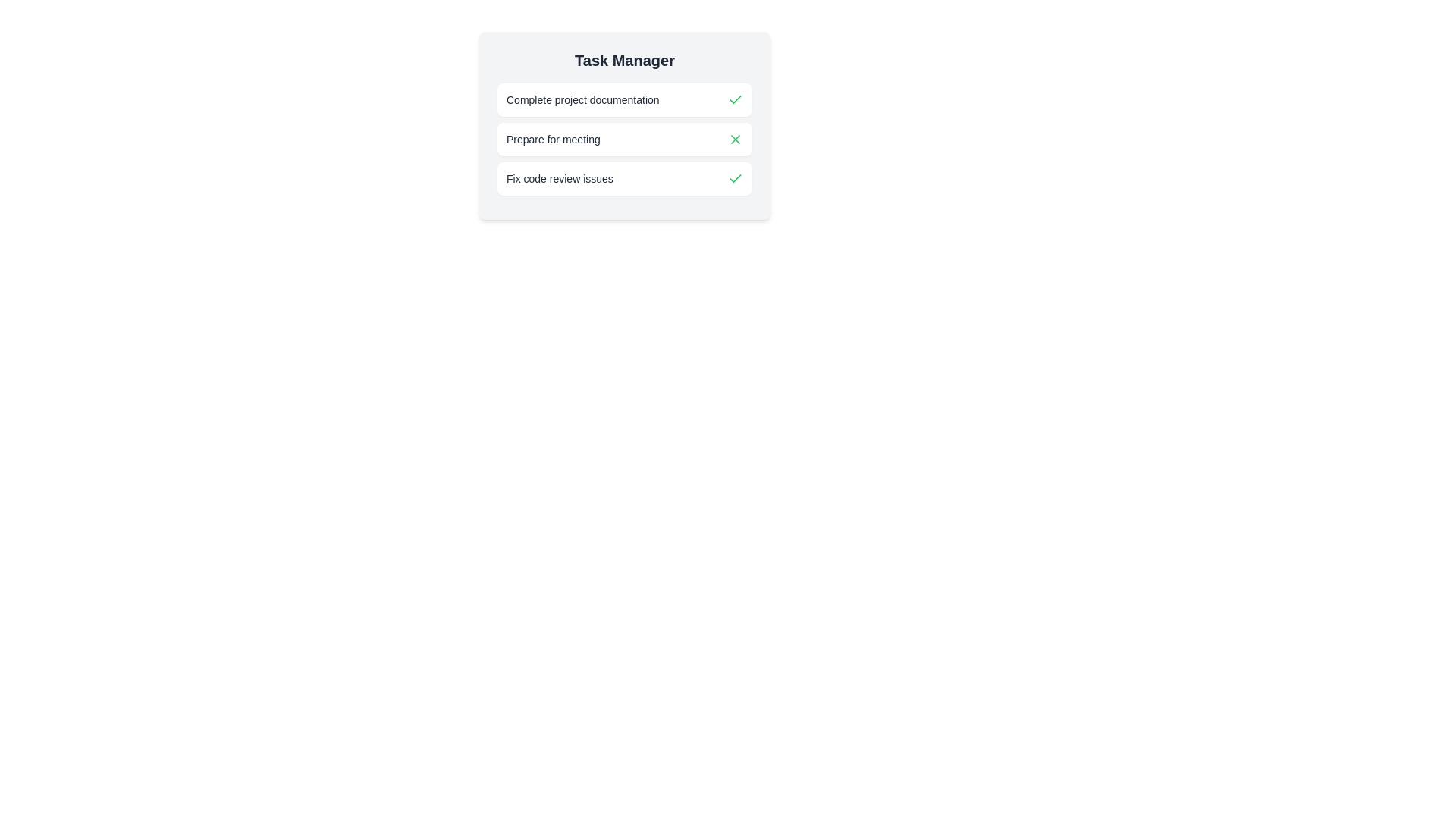 This screenshot has height=819, width=1456. I want to click on the Task item labeled 'Prepare for meeting' in the task manager list, so click(625, 140).